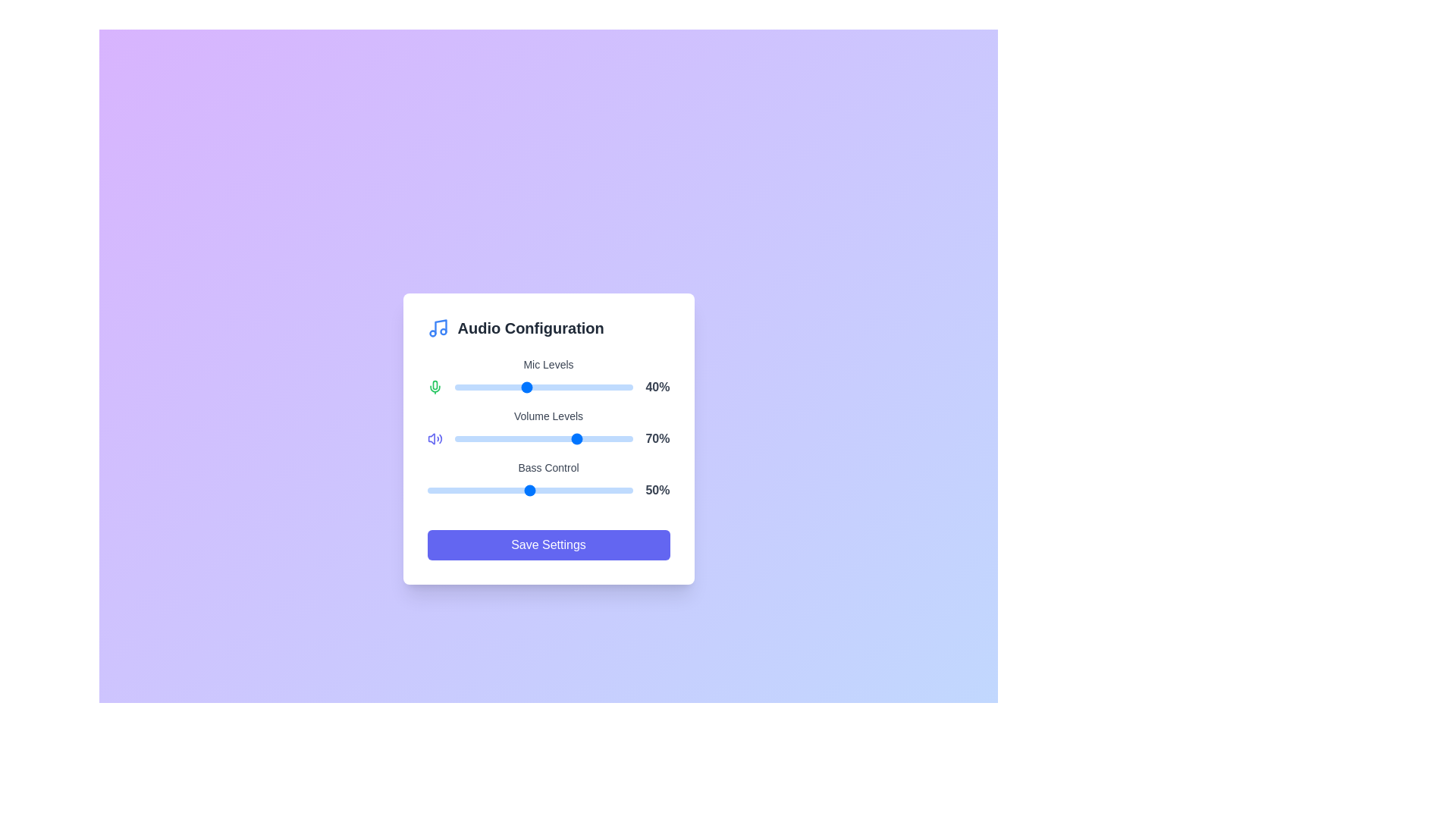 Image resolution: width=1456 pixels, height=819 pixels. I want to click on the Volume Levels slider to 30% by dragging the slider, so click(508, 438).